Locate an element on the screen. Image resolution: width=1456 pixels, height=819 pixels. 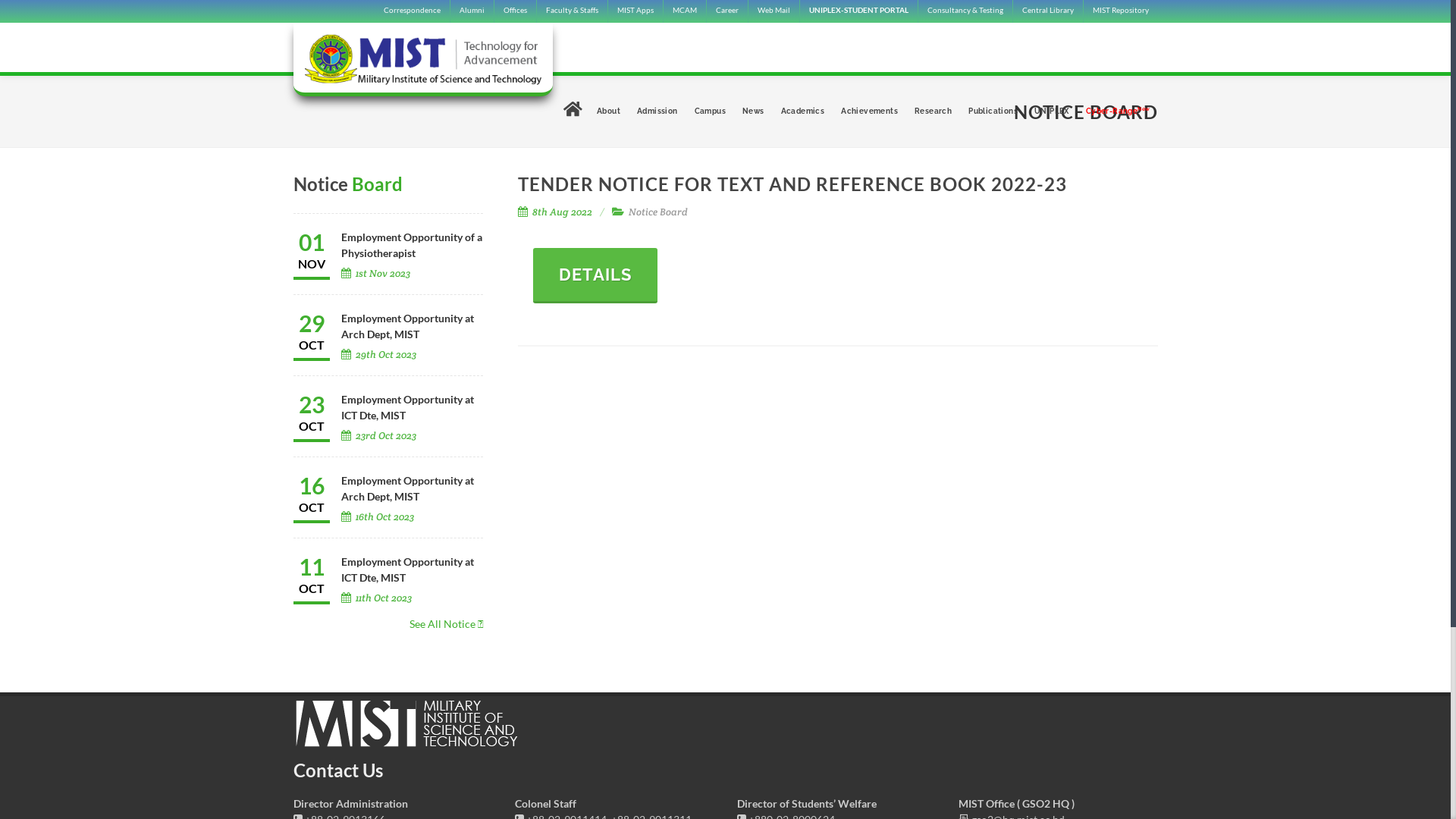
'Offices' is located at coordinates (515, 11).